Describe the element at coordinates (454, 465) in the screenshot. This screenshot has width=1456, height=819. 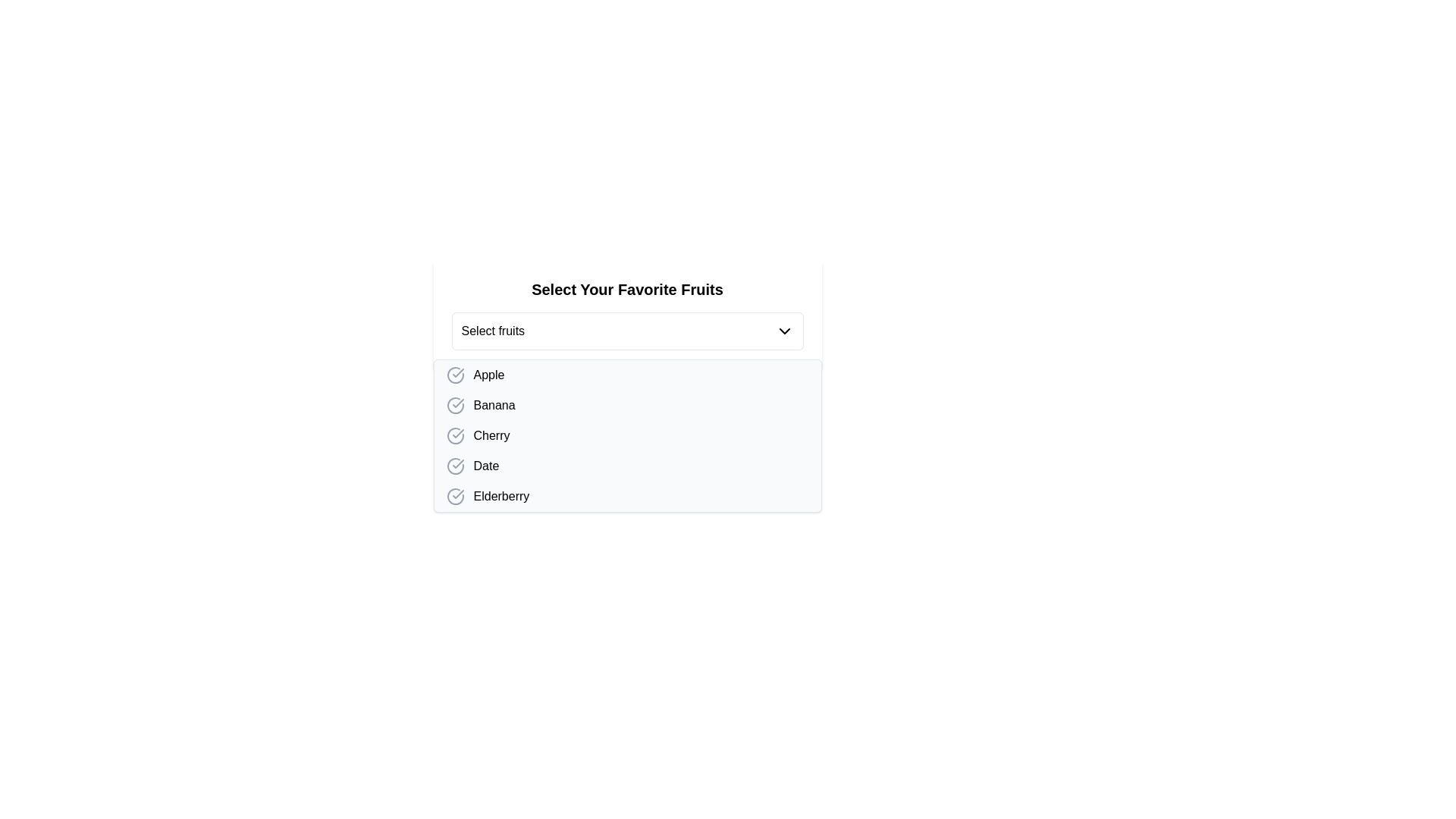
I see `the checkbox indicator for the 'Date' option, which is a circular element with a checkmark indicating the selected state` at that location.